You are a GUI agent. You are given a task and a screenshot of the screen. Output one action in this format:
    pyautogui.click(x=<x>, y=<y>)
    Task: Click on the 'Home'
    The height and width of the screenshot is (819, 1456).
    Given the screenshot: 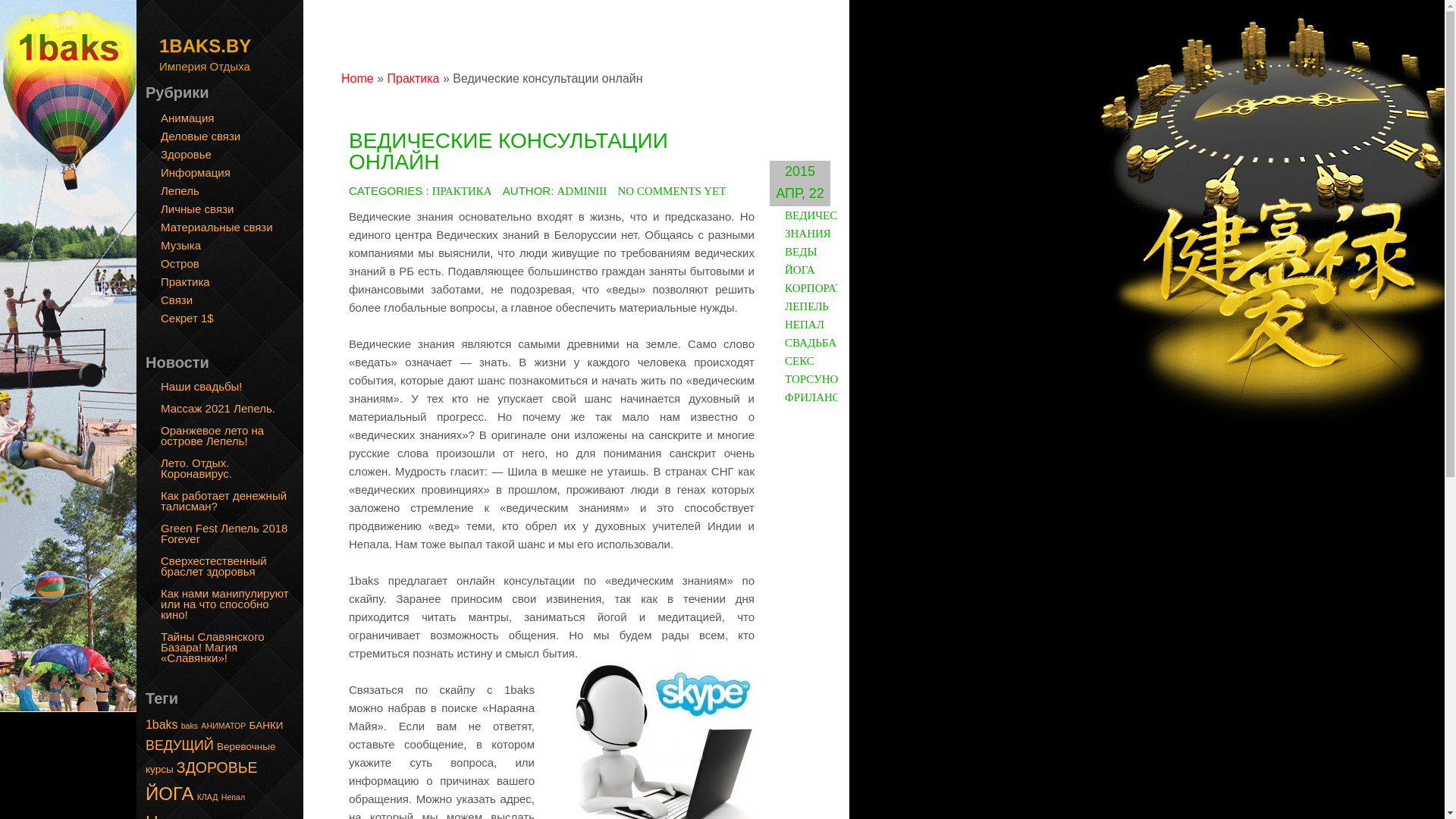 What is the action you would take?
    pyautogui.click(x=340, y=78)
    